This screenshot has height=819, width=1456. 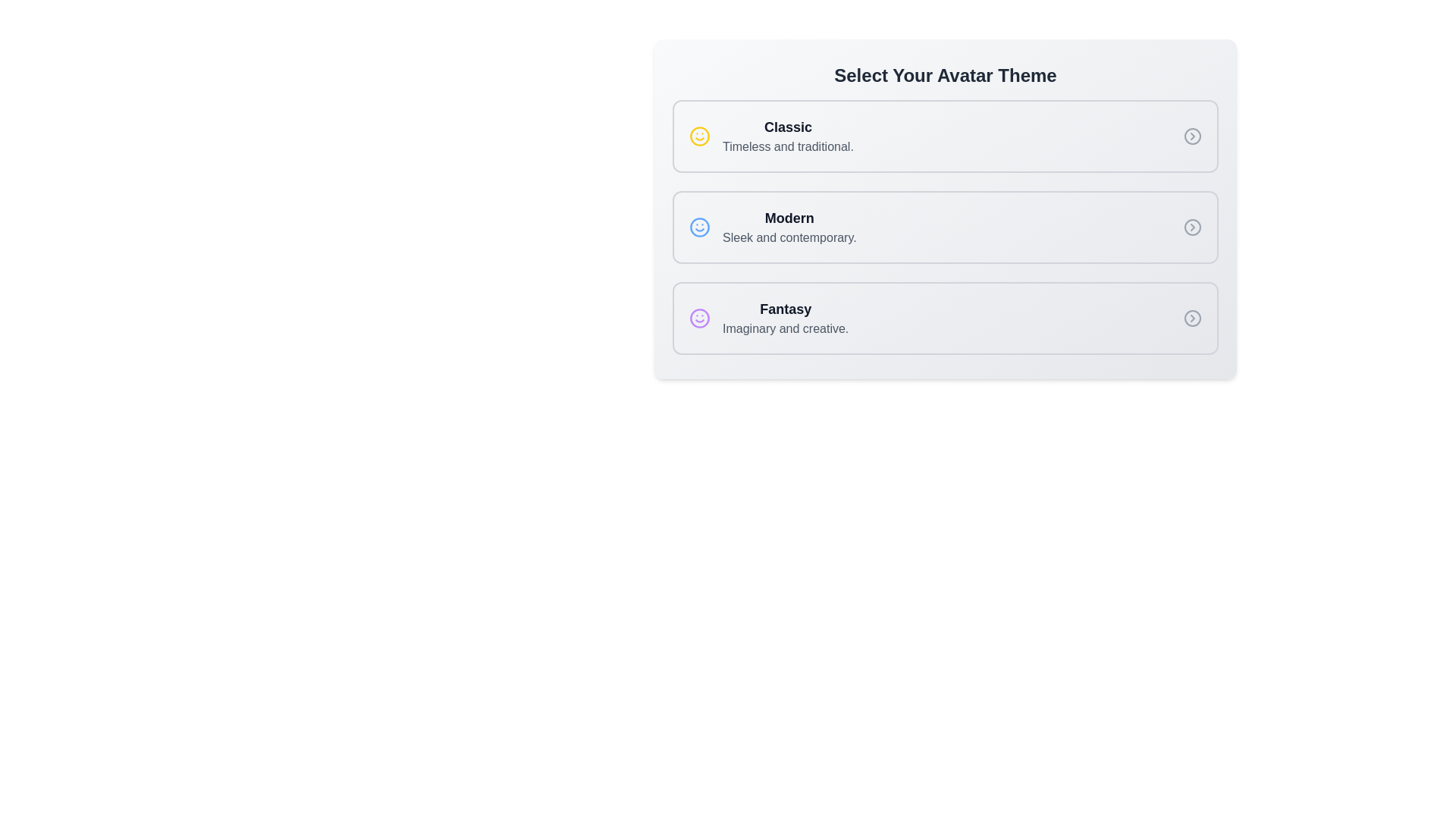 I want to click on the icon located to the far right of the 'Fantasy' choice option, so click(x=1192, y=318).